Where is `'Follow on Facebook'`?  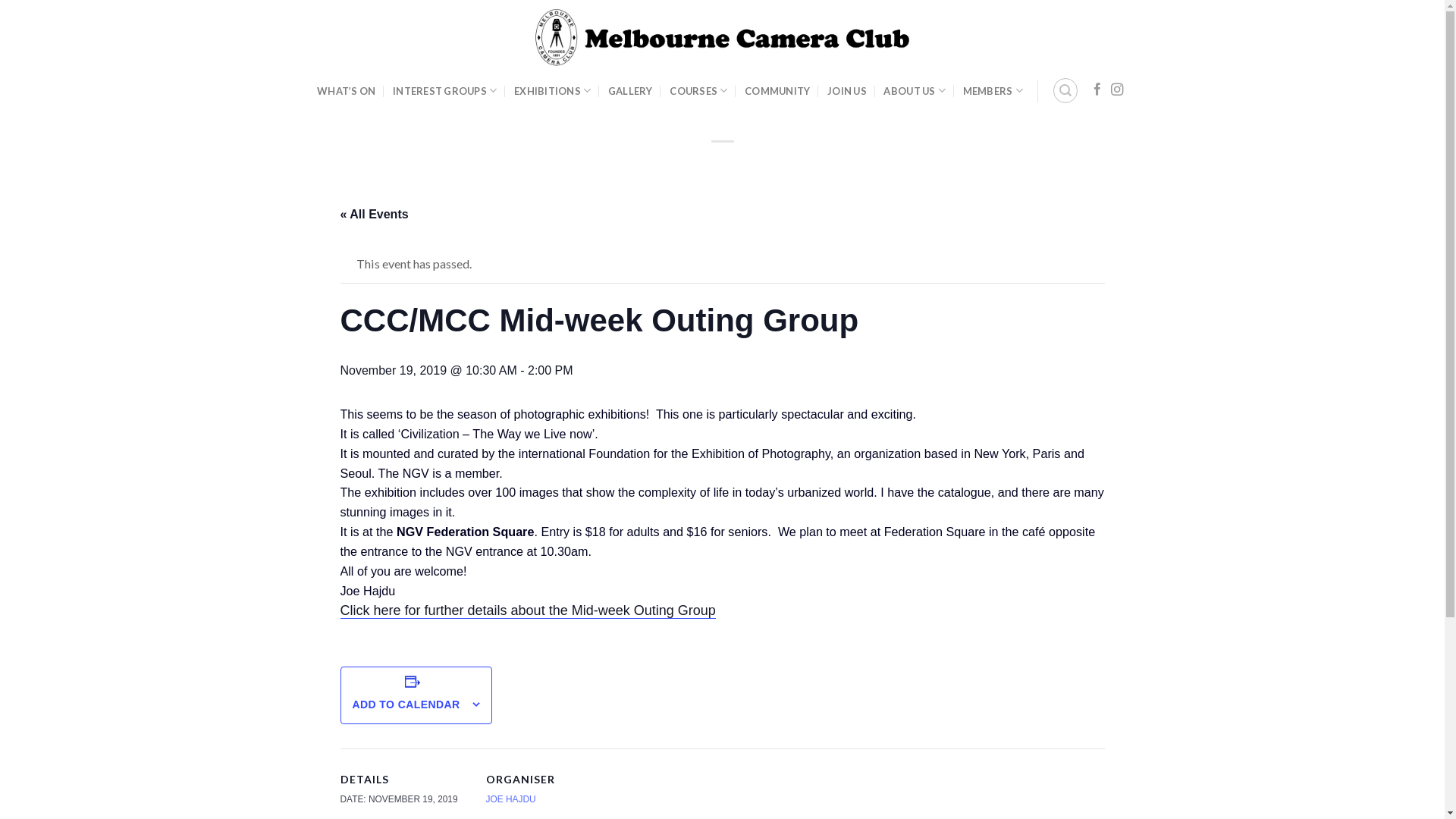
'Follow on Facebook' is located at coordinates (1097, 90).